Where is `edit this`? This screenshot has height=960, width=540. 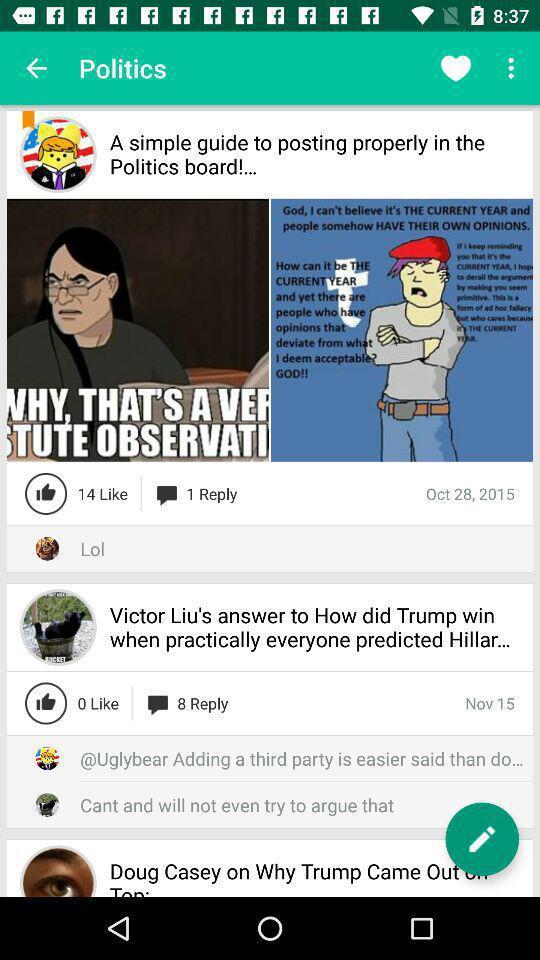 edit this is located at coordinates (481, 839).